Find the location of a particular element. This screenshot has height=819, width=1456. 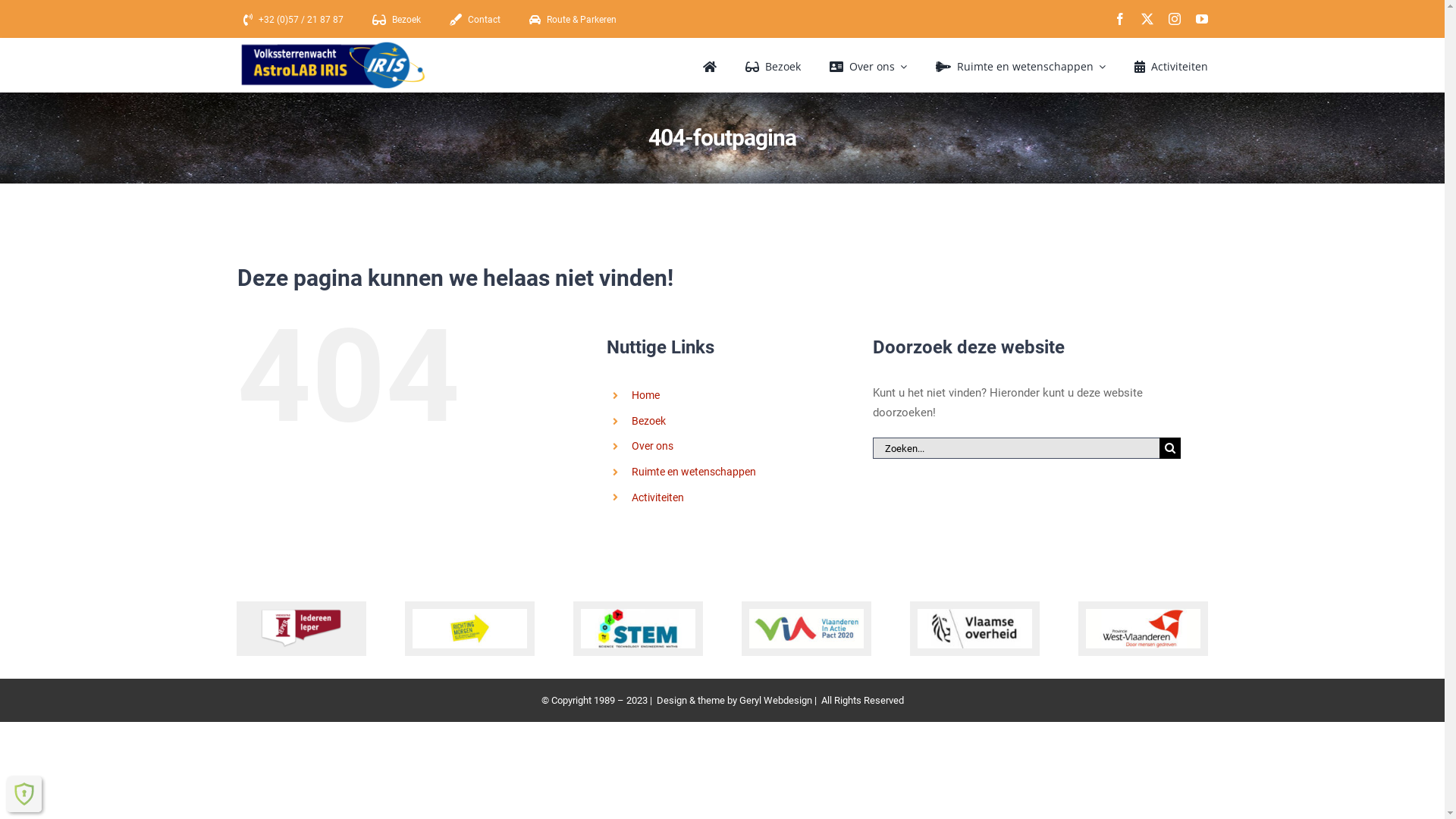

'Route & Parkeren' is located at coordinates (523, 20).